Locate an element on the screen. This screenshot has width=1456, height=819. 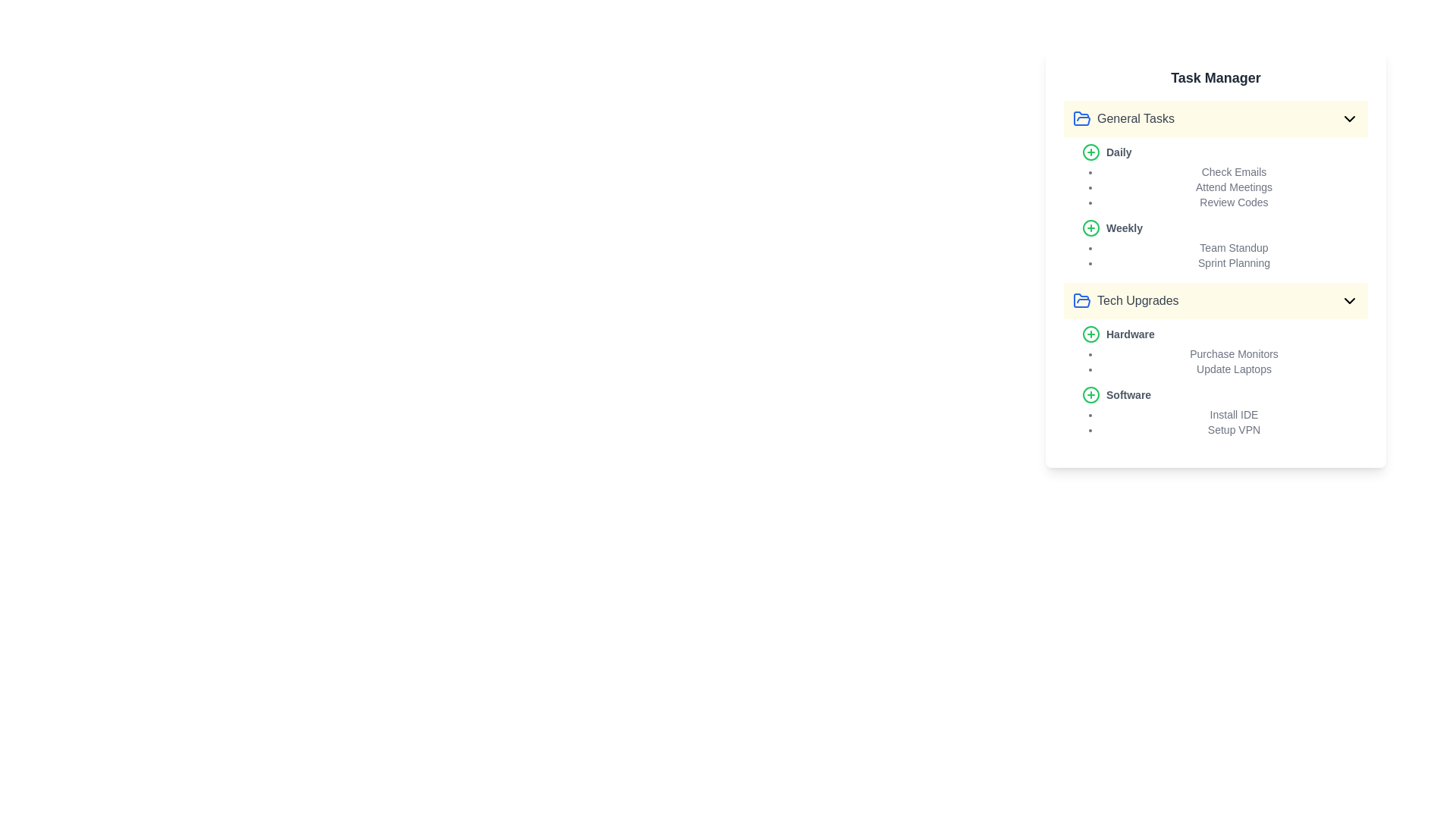
the static text label displaying 'Team Standup' in gray color, which is the first item in the 'Weekly' subcategory of the 'Task Manager' interface is located at coordinates (1234, 247).